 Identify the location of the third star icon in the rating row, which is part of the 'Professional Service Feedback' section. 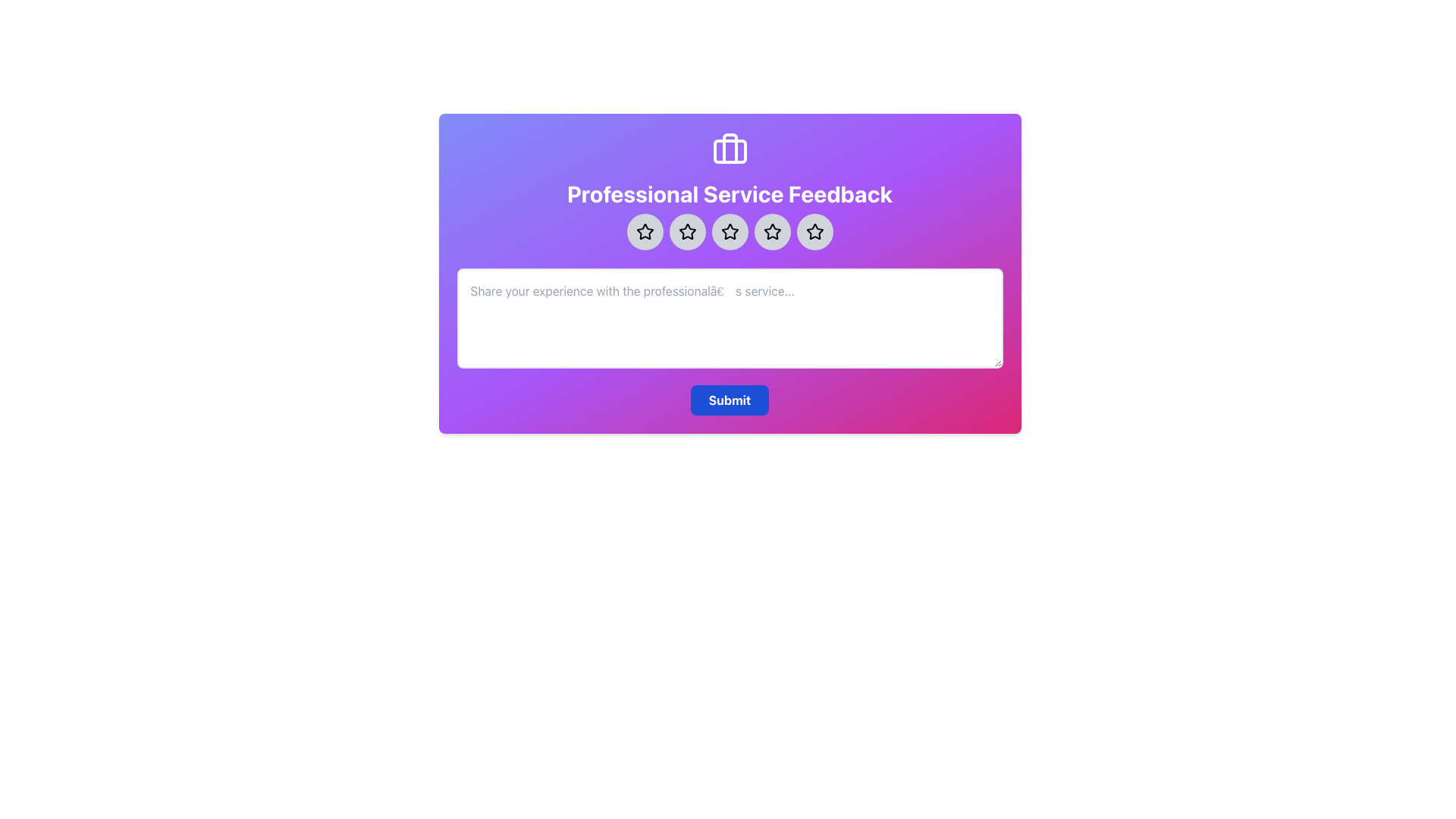
(730, 231).